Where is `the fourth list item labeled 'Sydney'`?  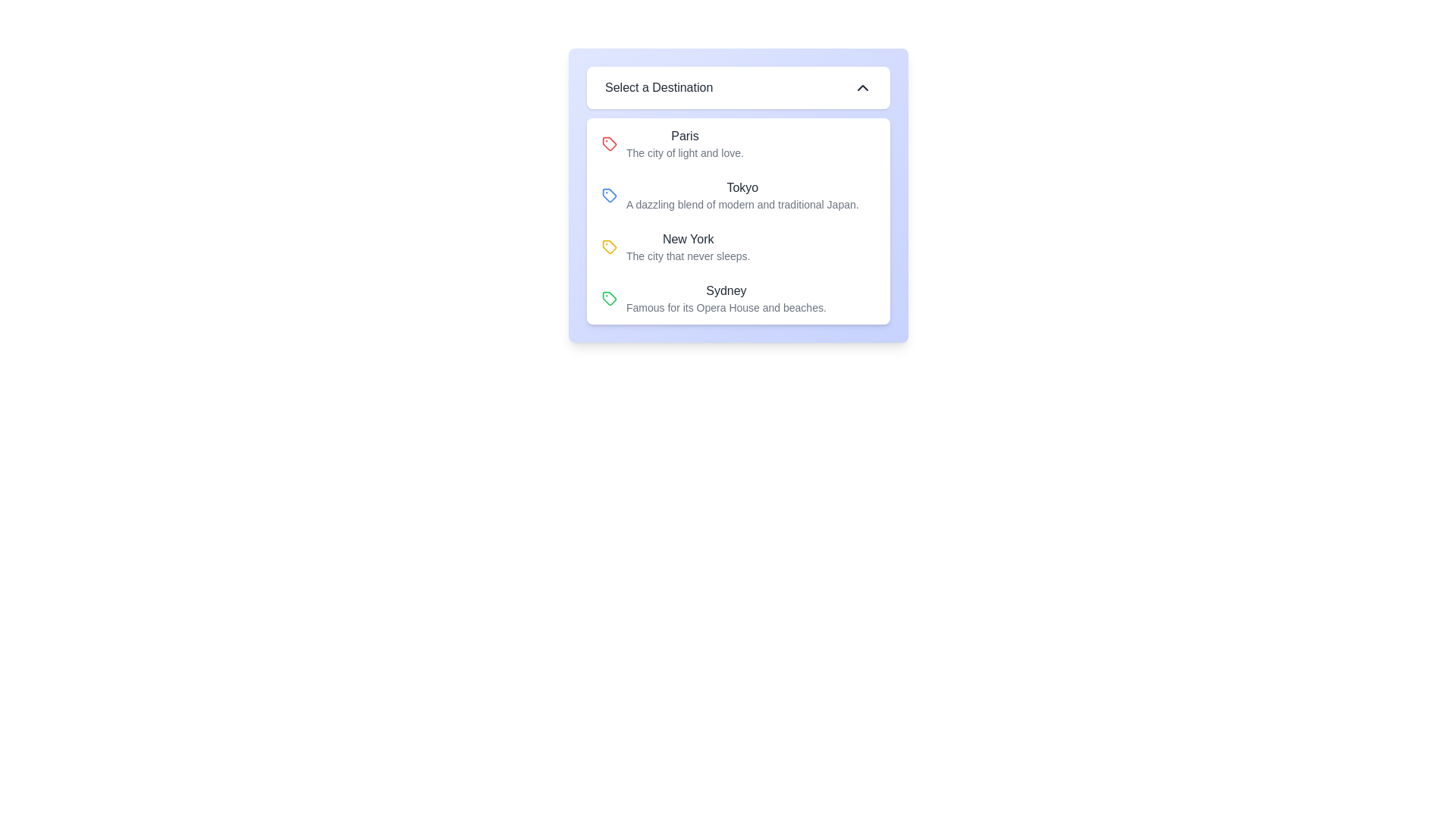 the fourth list item labeled 'Sydney' is located at coordinates (739, 298).